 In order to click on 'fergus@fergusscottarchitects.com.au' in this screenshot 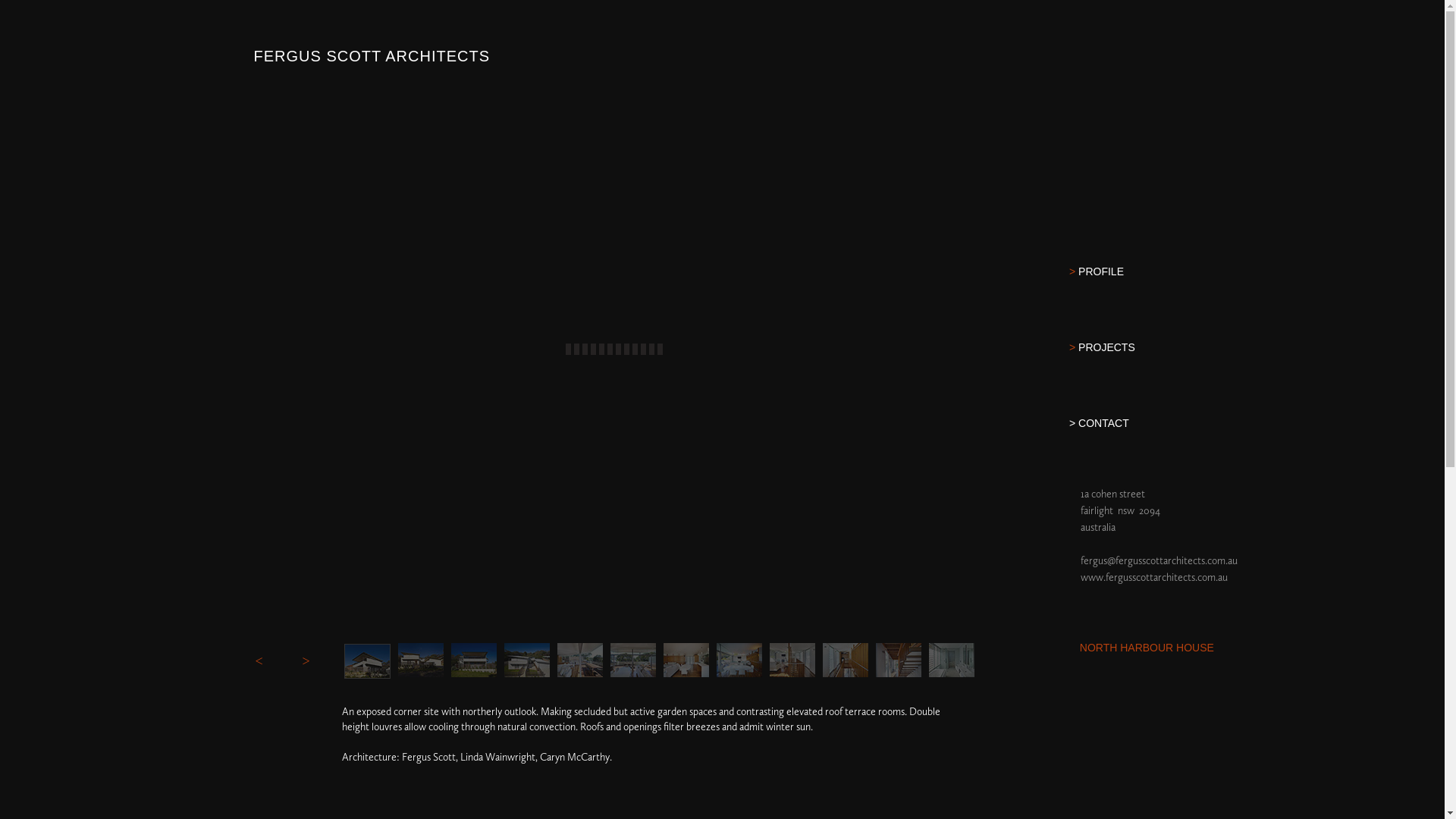, I will do `click(1158, 560)`.